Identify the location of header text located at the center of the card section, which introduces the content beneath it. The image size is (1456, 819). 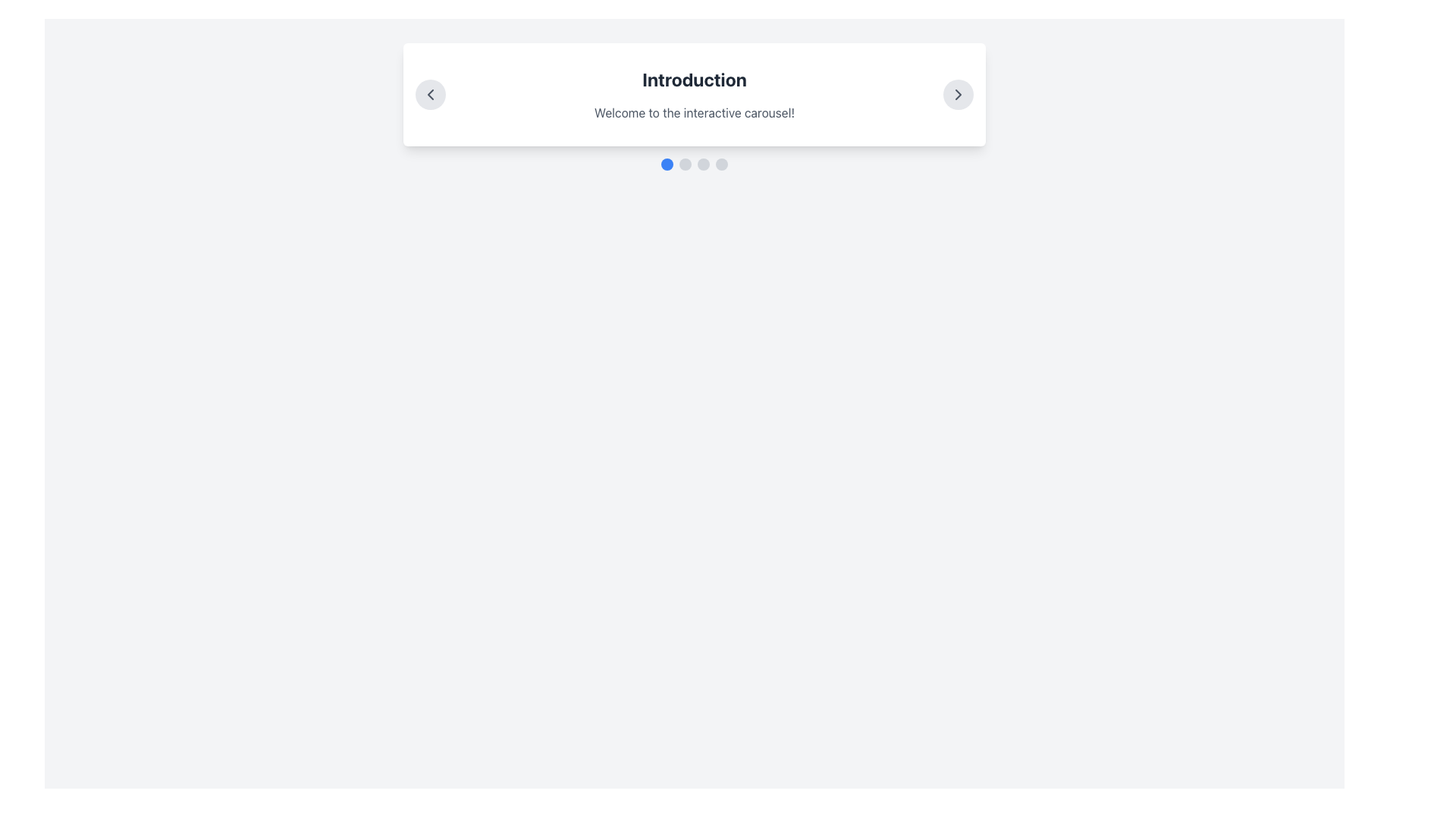
(694, 79).